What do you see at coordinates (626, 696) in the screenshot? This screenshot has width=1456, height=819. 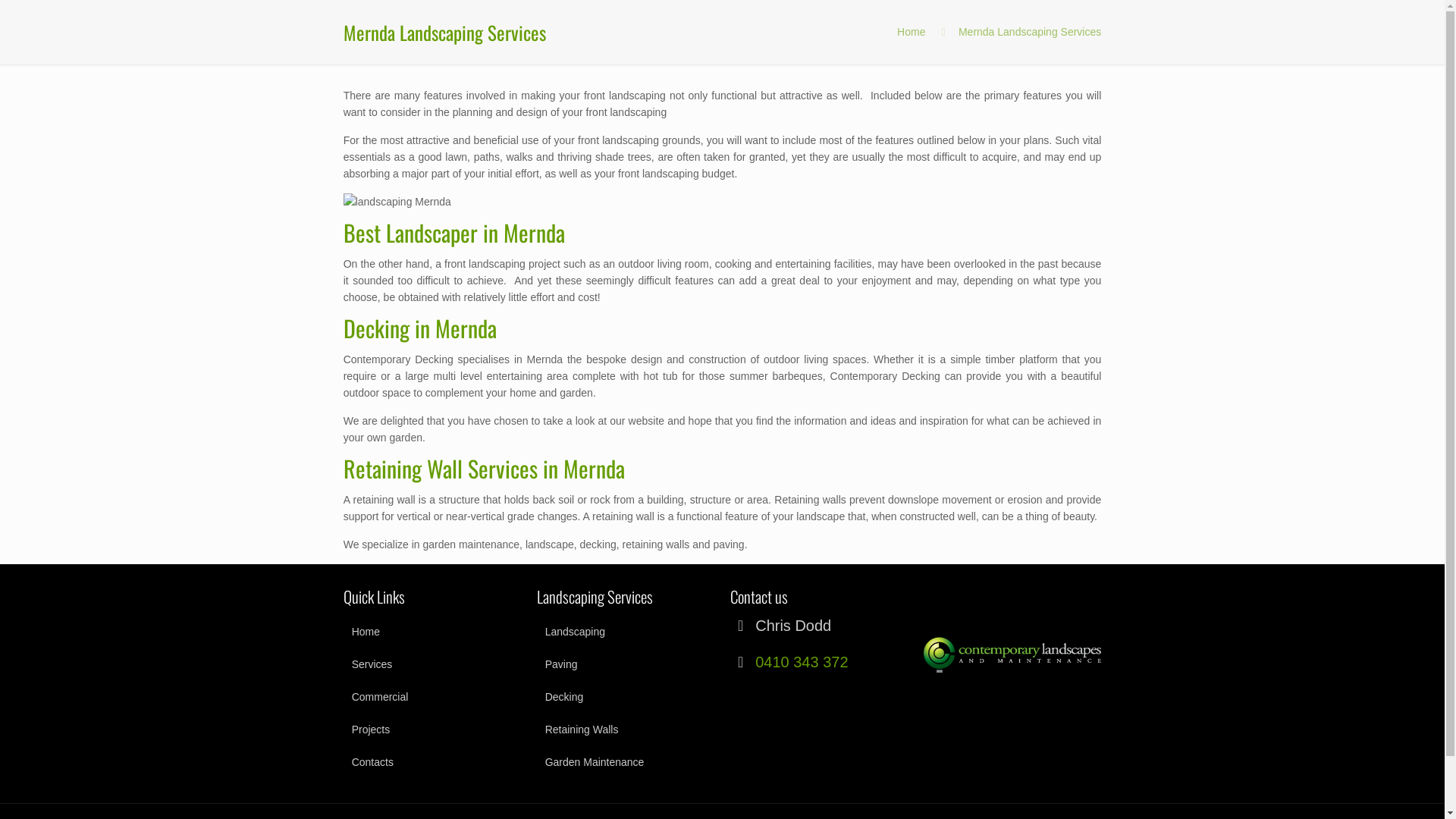 I see `'Decking'` at bounding box center [626, 696].